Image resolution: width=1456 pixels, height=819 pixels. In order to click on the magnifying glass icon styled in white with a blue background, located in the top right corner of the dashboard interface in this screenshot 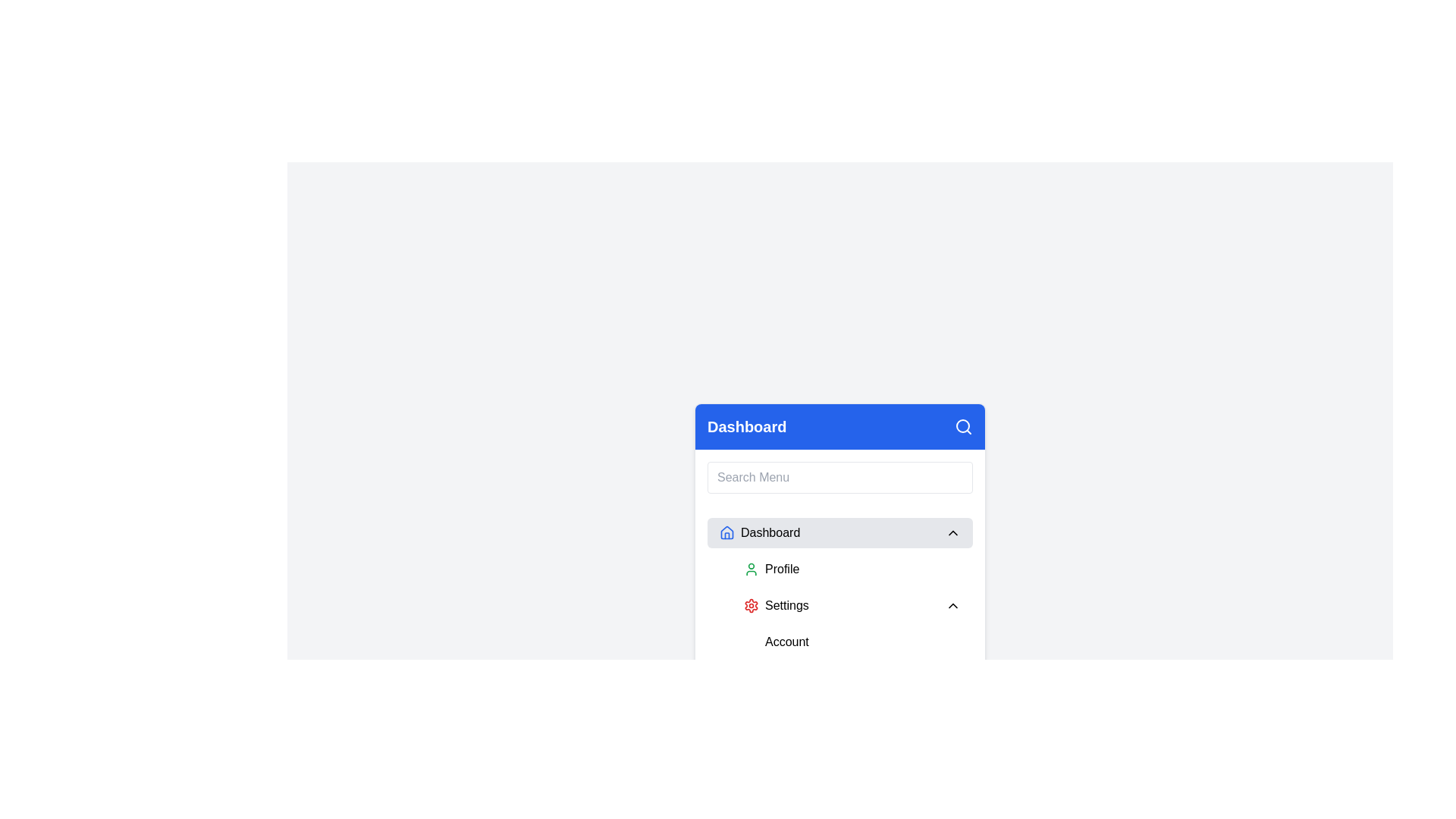, I will do `click(963, 427)`.